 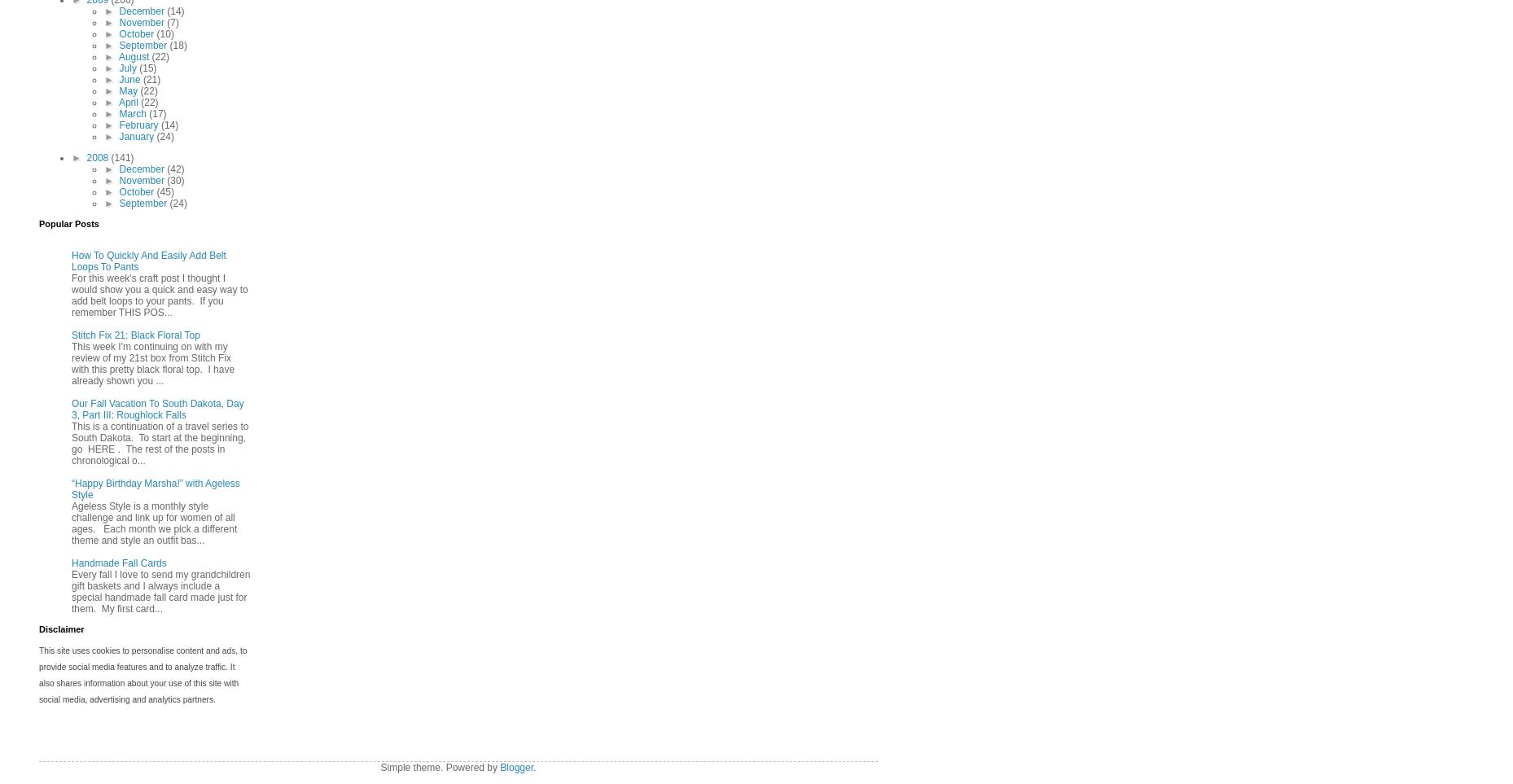 What do you see at coordinates (139, 125) in the screenshot?
I see `'February'` at bounding box center [139, 125].